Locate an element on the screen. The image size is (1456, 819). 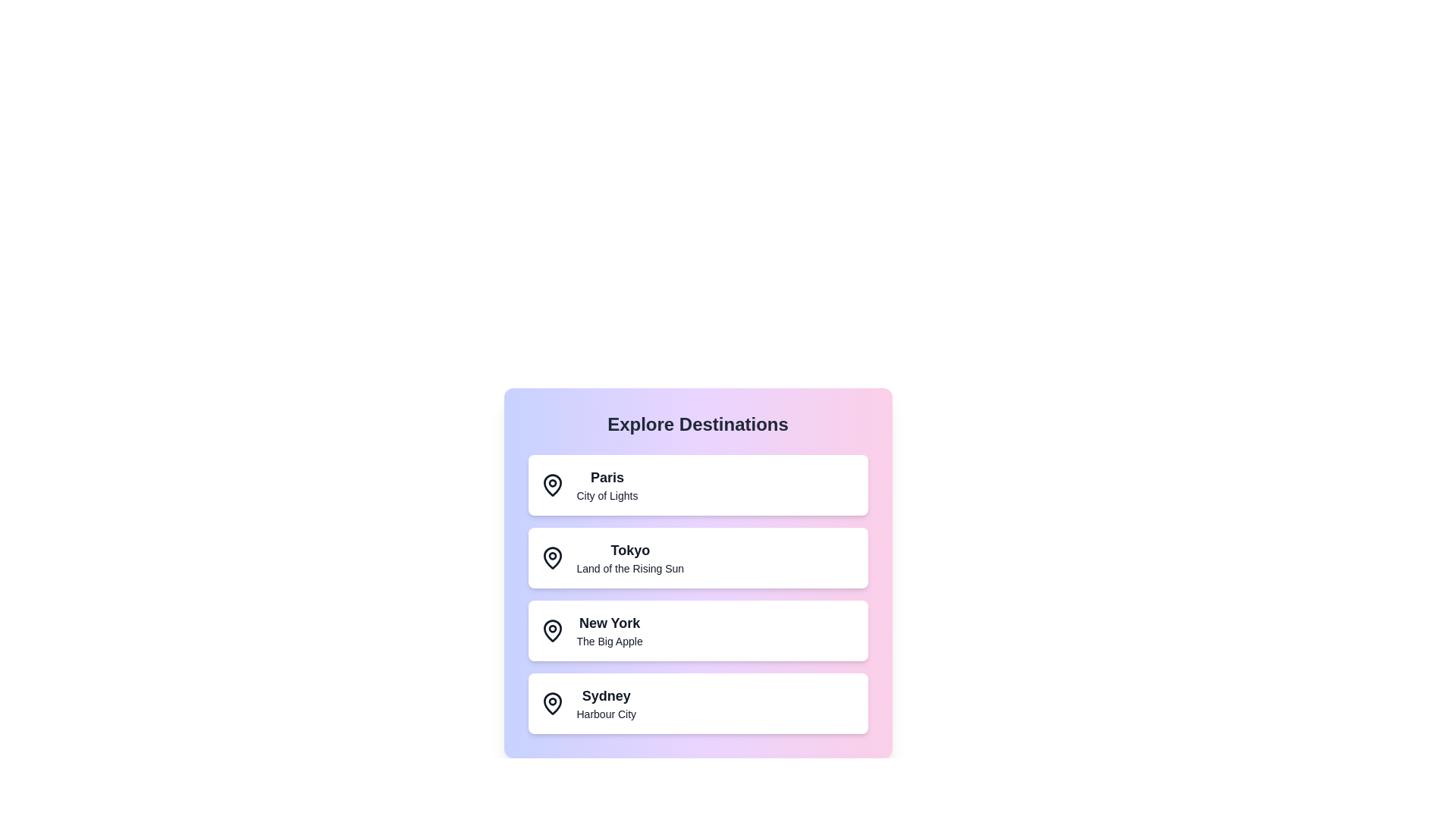
the destination panel corresponding to New York is located at coordinates (697, 631).